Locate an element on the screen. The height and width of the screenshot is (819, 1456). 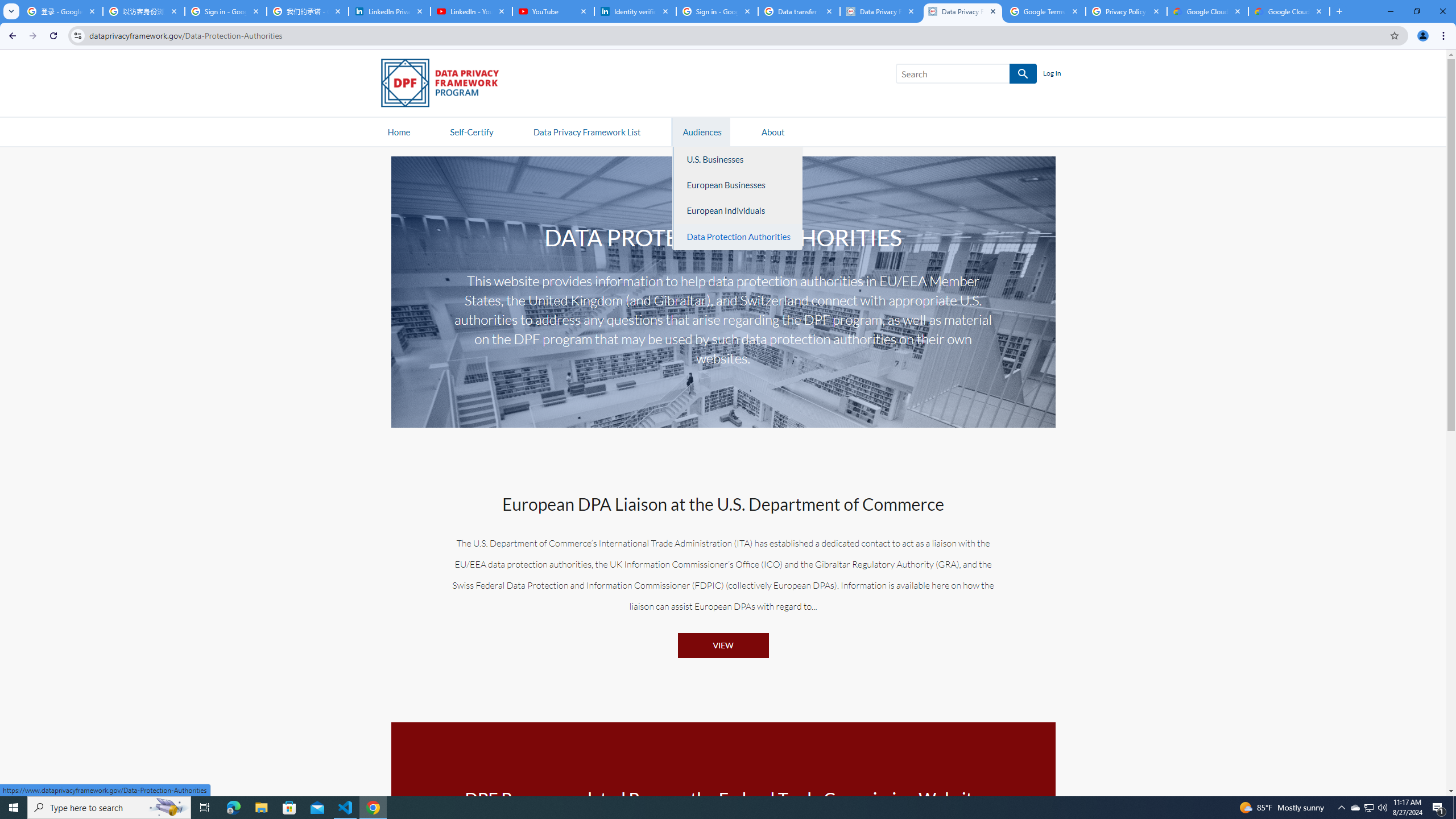
'Audiences' is located at coordinates (702, 131).